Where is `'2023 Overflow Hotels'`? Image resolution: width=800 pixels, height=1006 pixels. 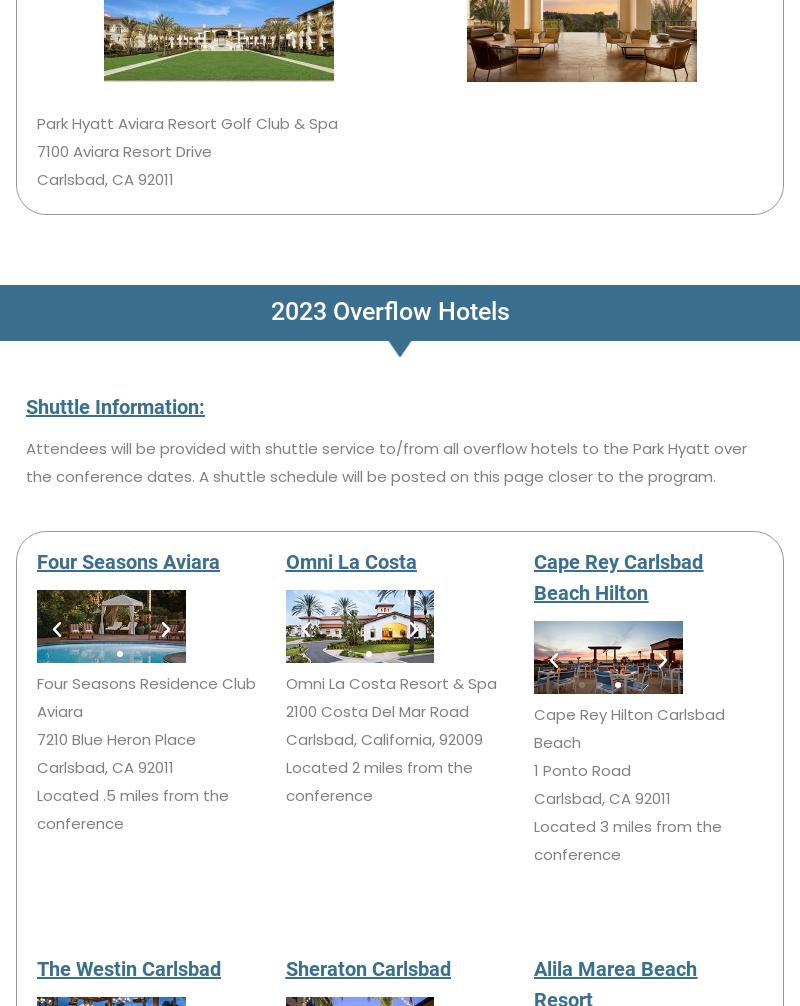 '2023 Overflow Hotels' is located at coordinates (388, 309).